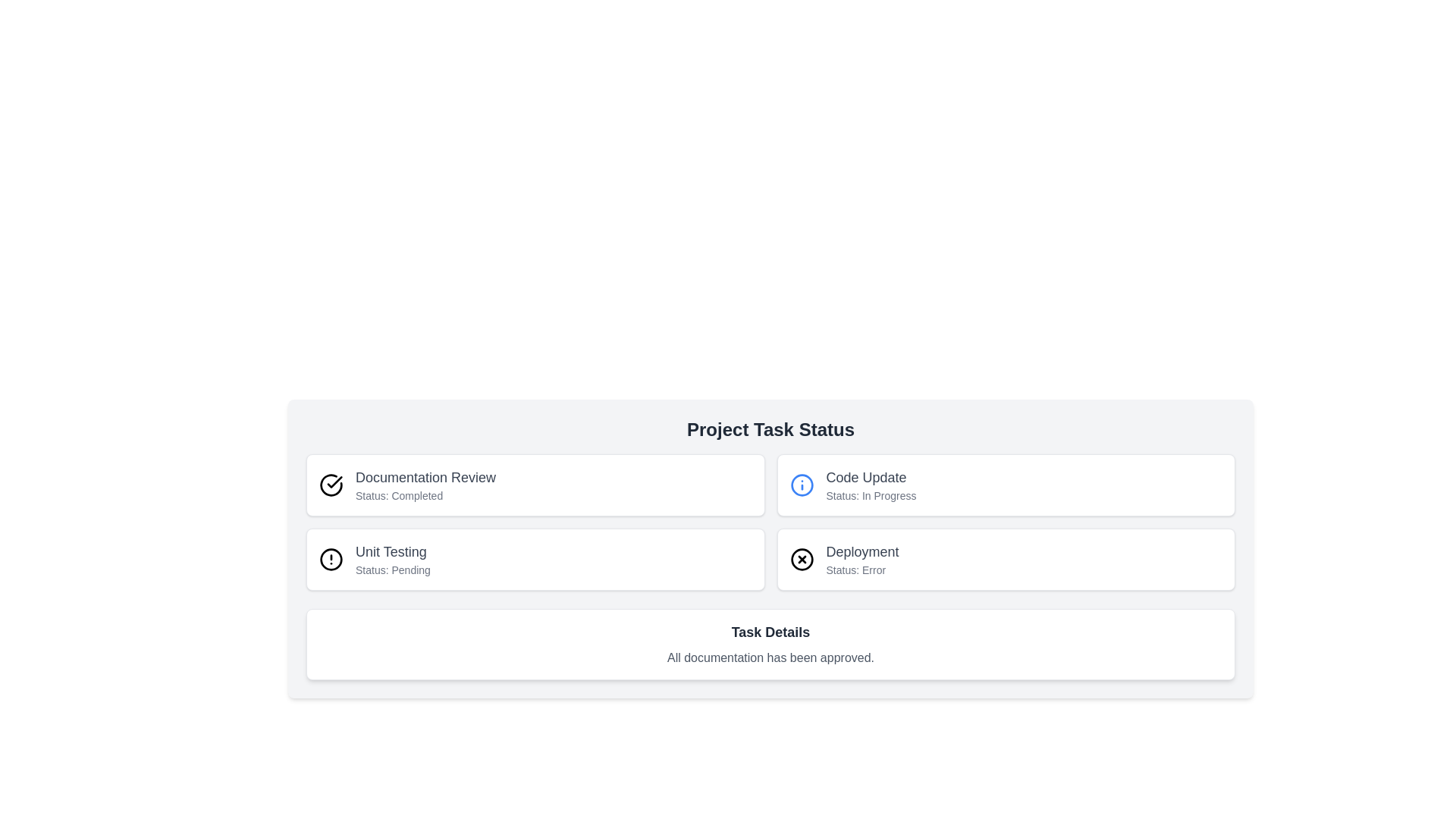 This screenshot has height=819, width=1456. Describe the element at coordinates (535, 485) in the screenshot. I see `the 'Documentation Review' task status display card, which indicates the task is marked as 'Completed', located in the top-left quadrant of the 'Project Task Status' section` at that location.